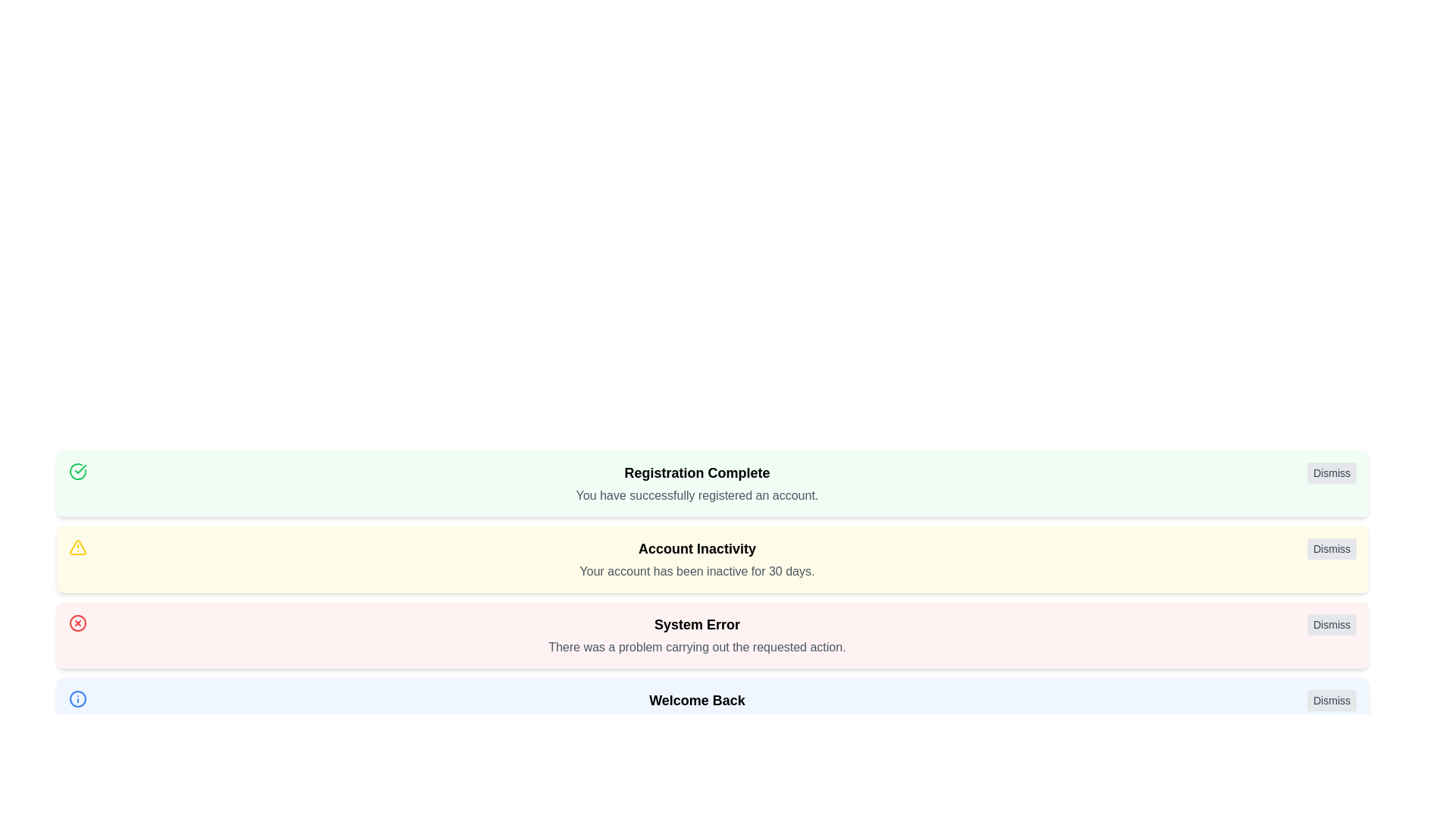 This screenshot has width=1456, height=819. Describe the element at coordinates (77, 470) in the screenshot. I see `the success icon located in the top-left corner of the 'Registration Complete' notification box` at that location.